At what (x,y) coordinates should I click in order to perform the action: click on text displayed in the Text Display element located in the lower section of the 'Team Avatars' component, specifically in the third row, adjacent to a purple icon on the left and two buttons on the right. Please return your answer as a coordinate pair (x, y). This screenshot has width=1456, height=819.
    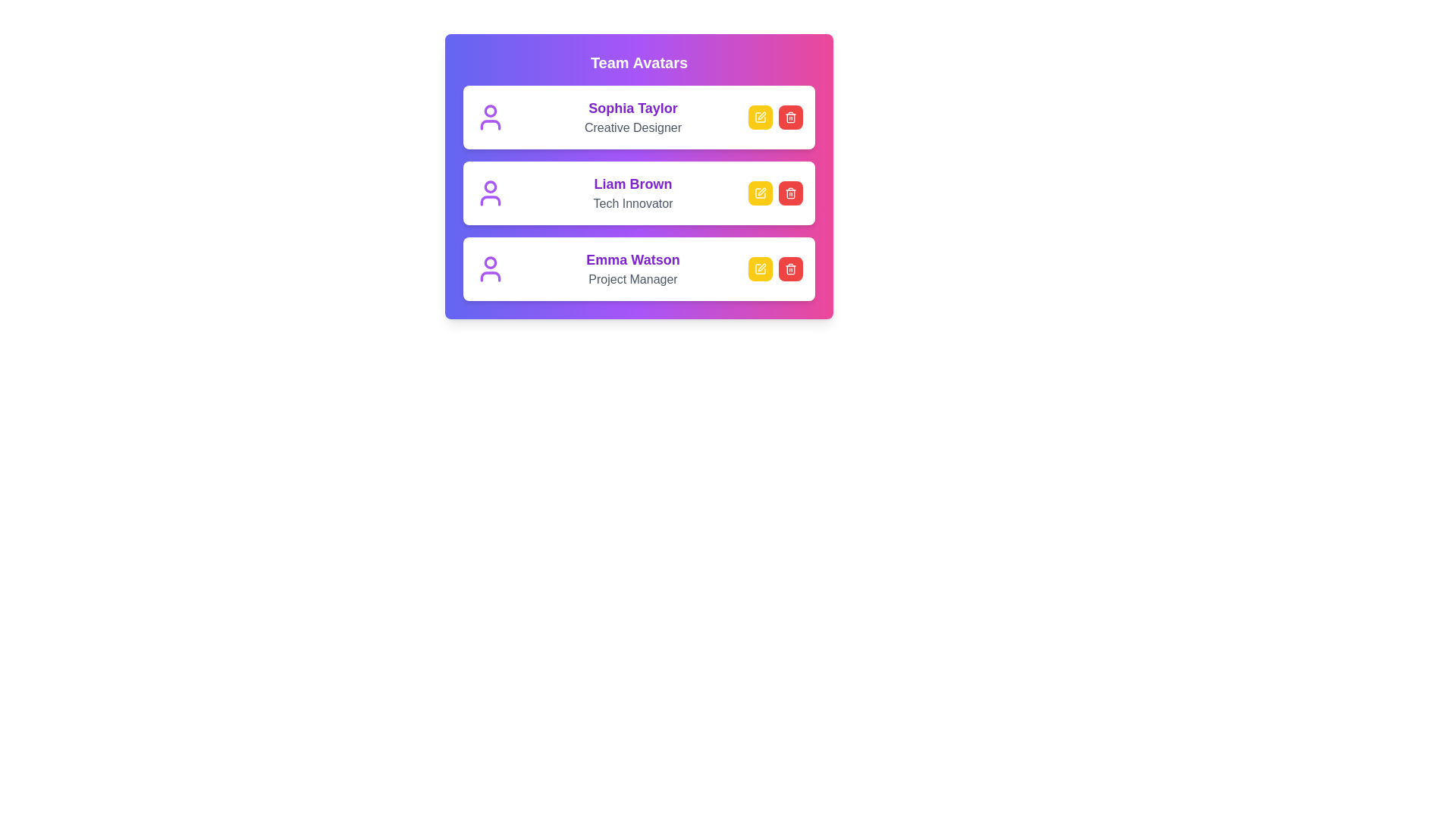
    Looking at the image, I should click on (633, 268).